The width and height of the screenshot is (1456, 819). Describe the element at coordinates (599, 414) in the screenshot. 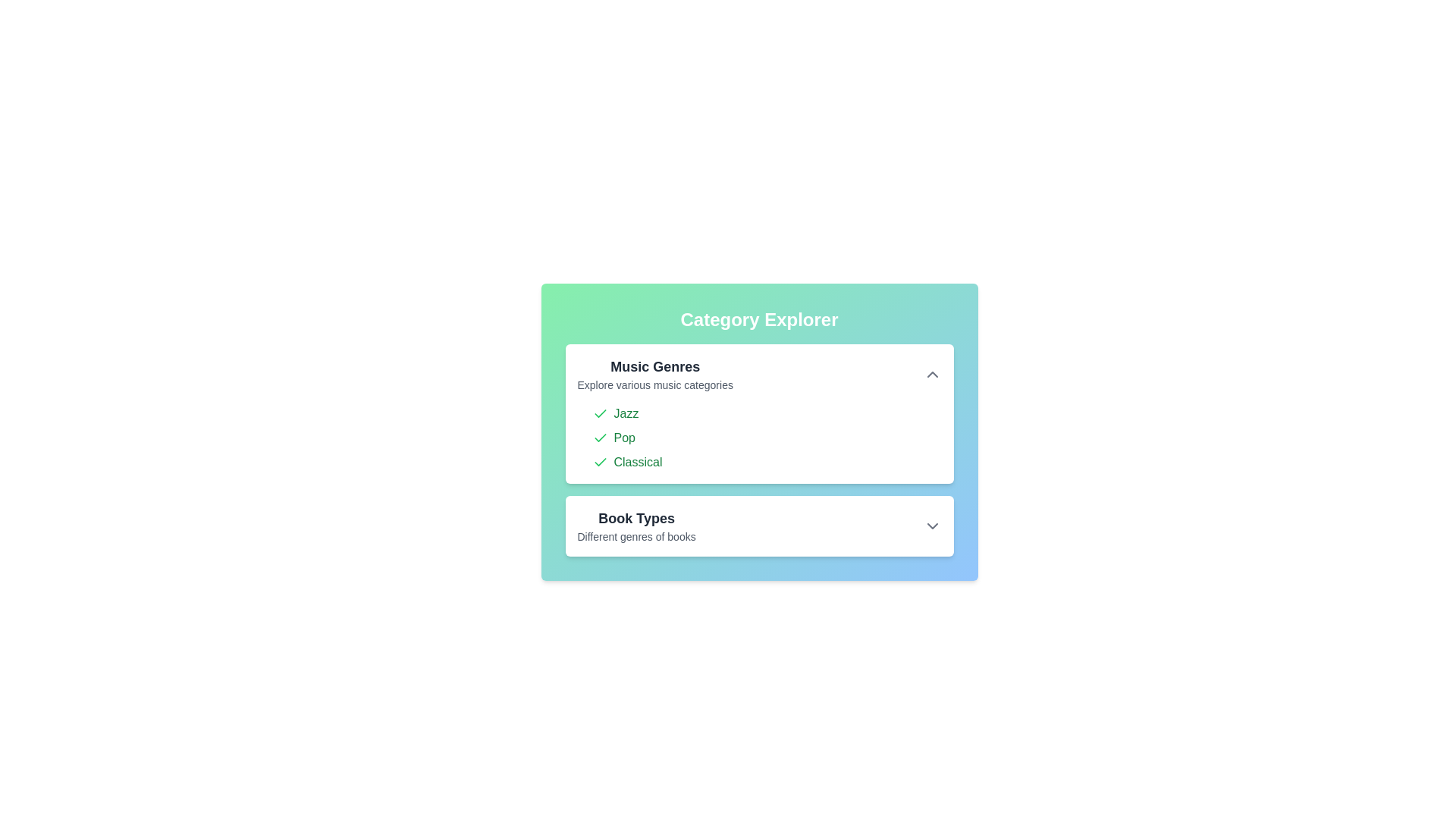

I see `the item Jazz from the list` at that location.